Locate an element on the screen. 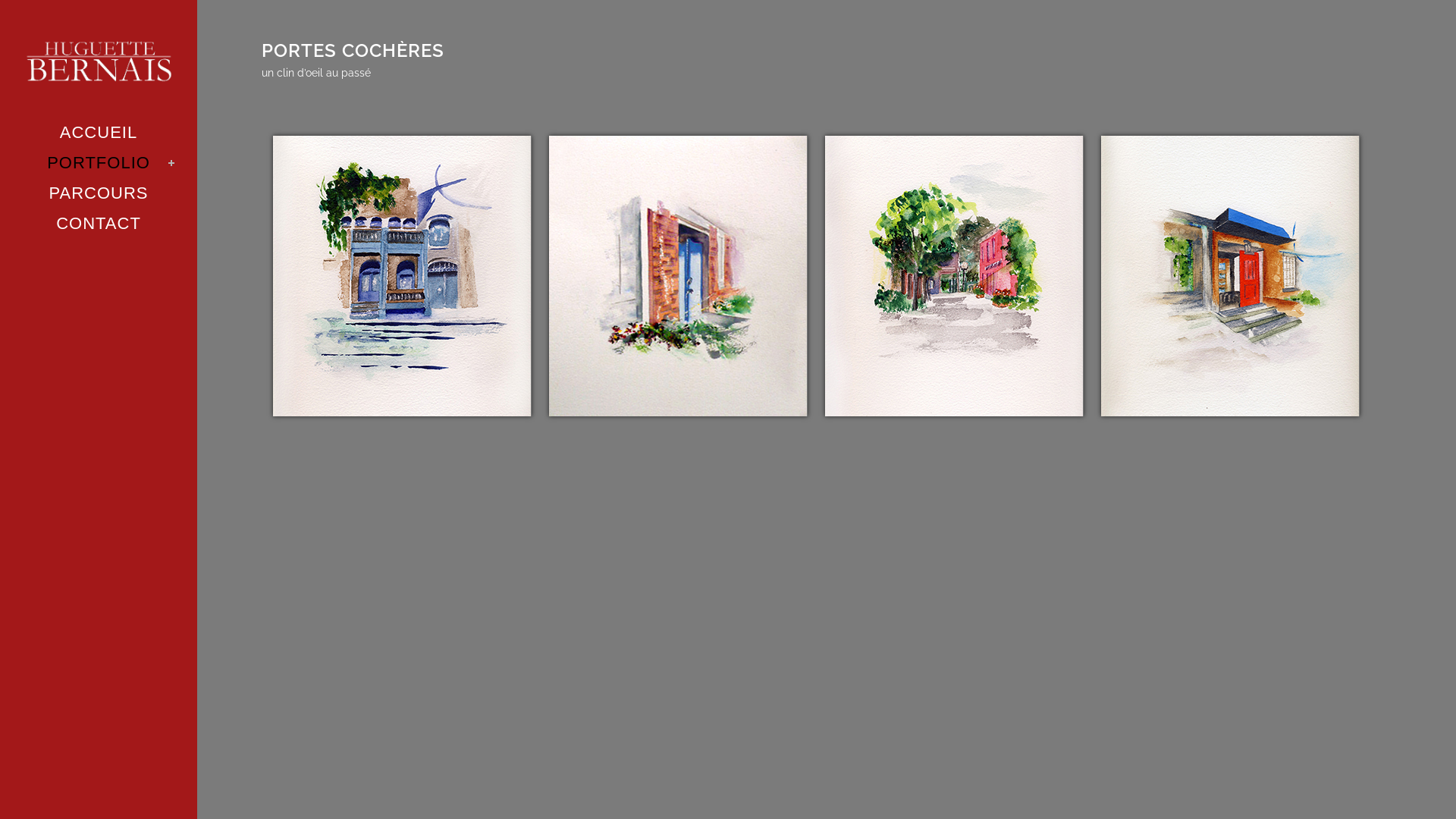 The image size is (1456, 819). 'PORTFOLIO' is located at coordinates (97, 163).